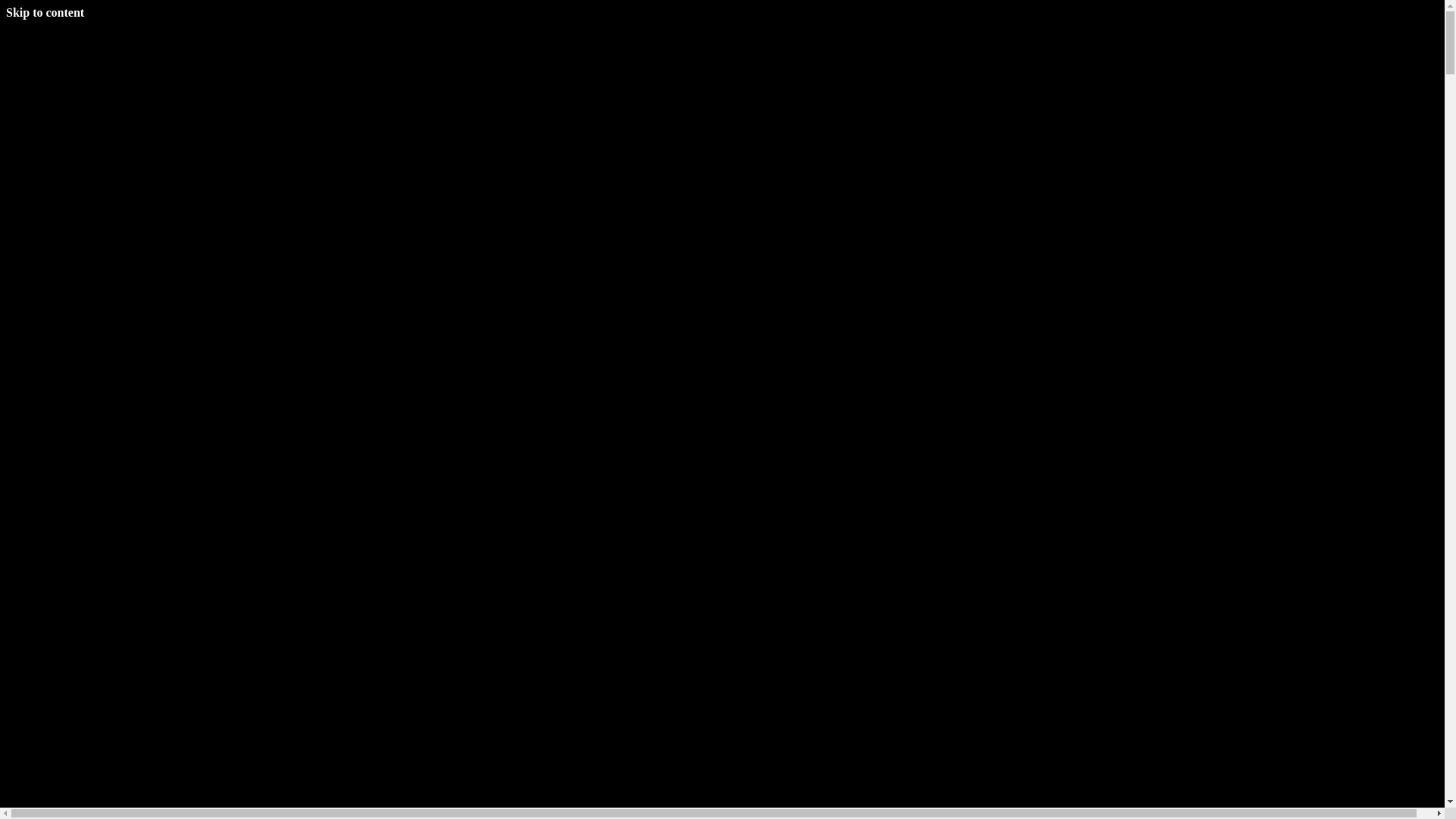 This screenshot has height=819, width=1456. What do you see at coordinates (45, 12) in the screenshot?
I see `'Skip to content'` at bounding box center [45, 12].